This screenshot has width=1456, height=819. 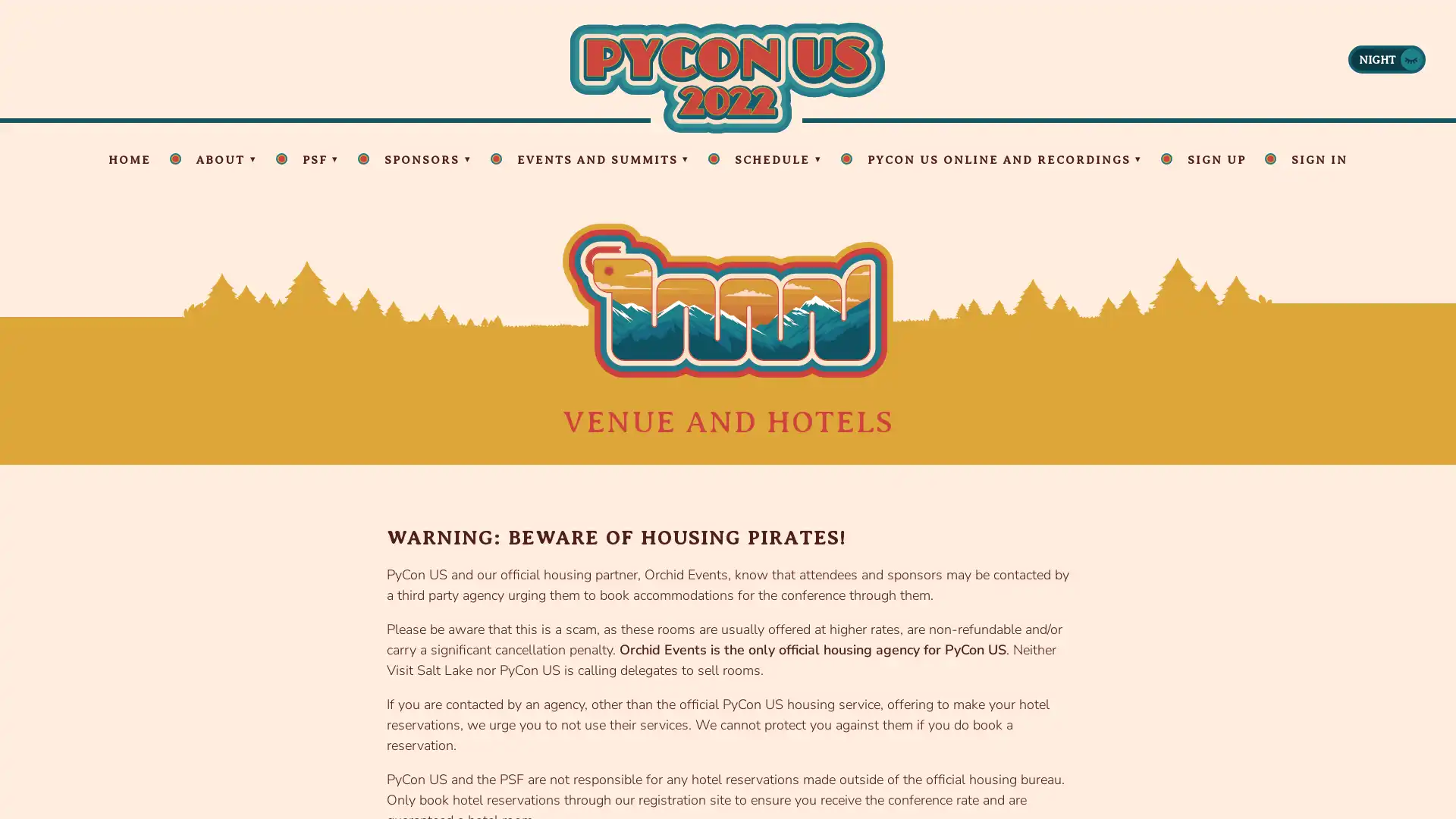 I want to click on NIGHT, so click(x=1386, y=58).